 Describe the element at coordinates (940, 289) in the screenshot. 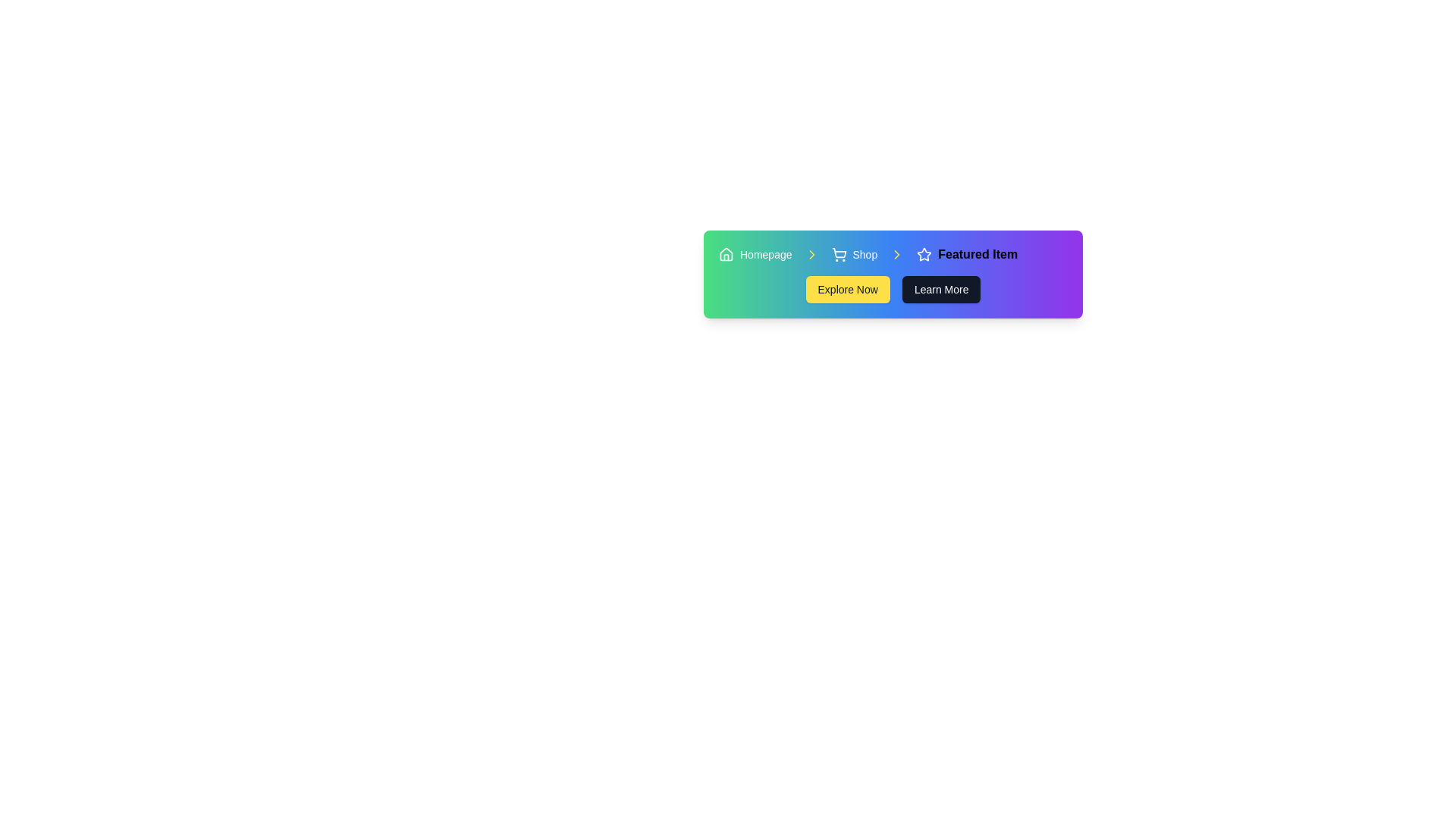

I see `the second button in the horizontal group of two buttons, located at the bottom right corner of the colorful navigation banner, to trigger visual feedback` at that location.